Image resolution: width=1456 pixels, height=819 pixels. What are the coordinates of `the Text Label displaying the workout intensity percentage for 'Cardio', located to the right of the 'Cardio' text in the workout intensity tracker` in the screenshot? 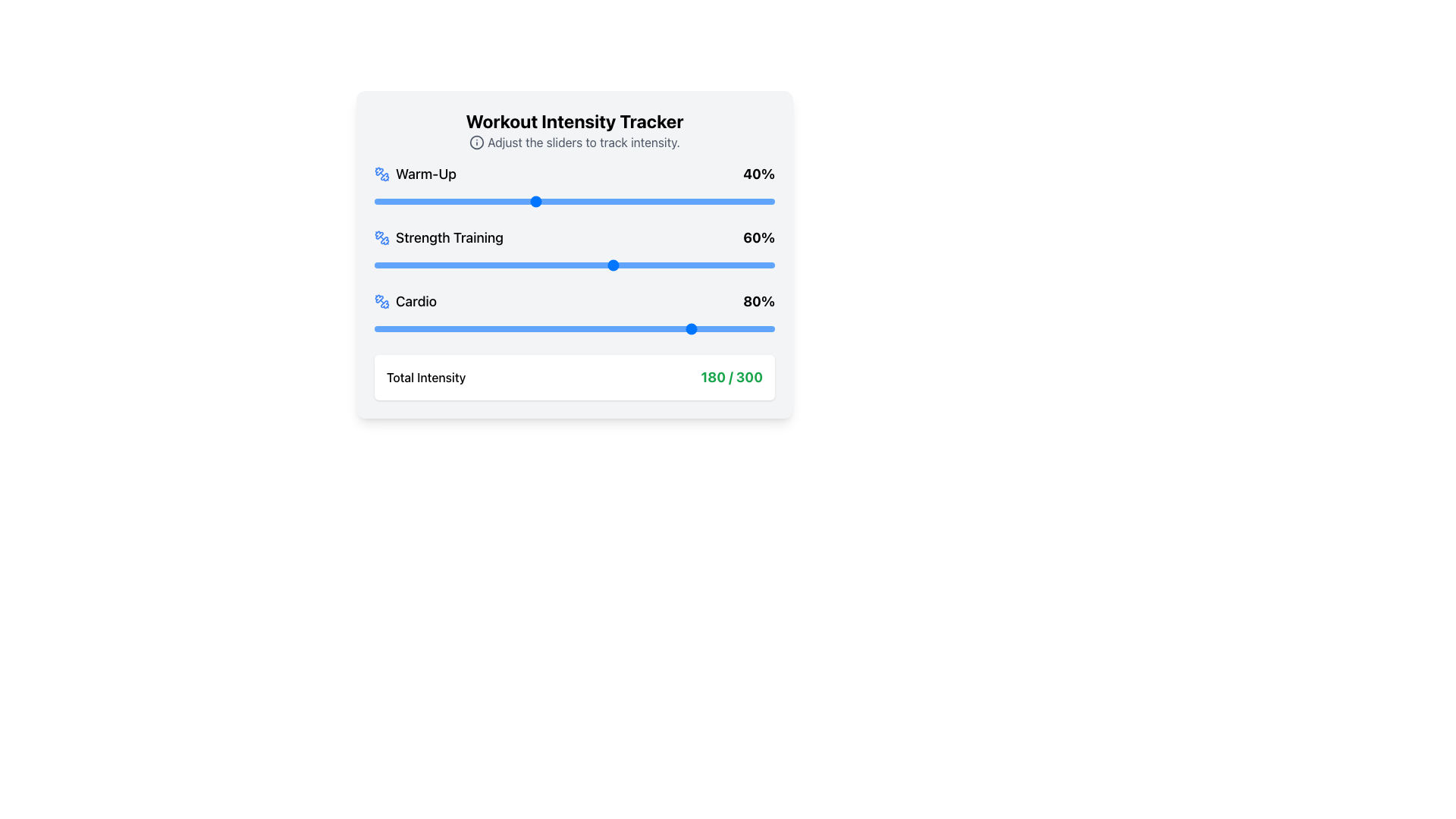 It's located at (759, 301).